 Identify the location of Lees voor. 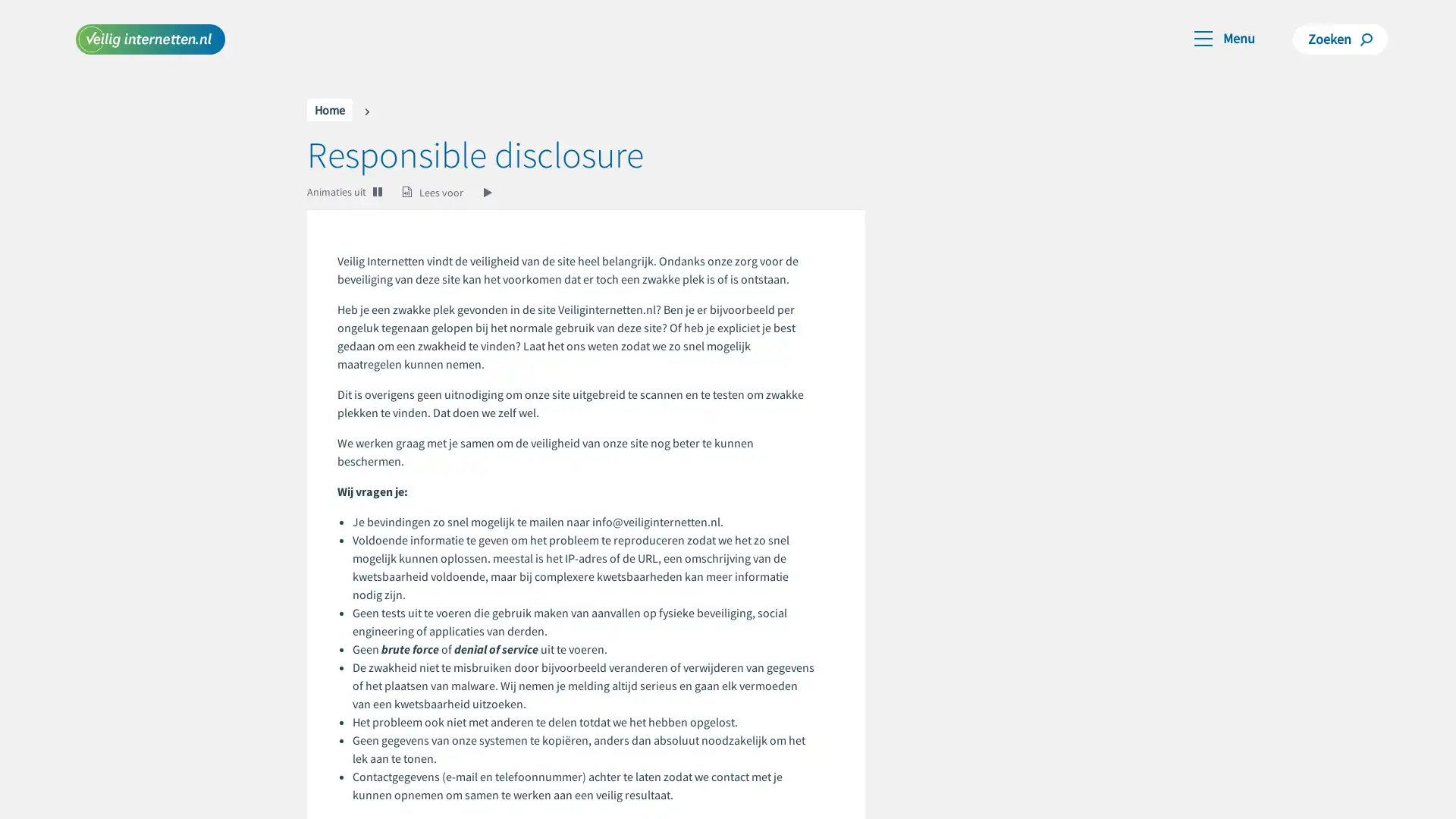
(449, 191).